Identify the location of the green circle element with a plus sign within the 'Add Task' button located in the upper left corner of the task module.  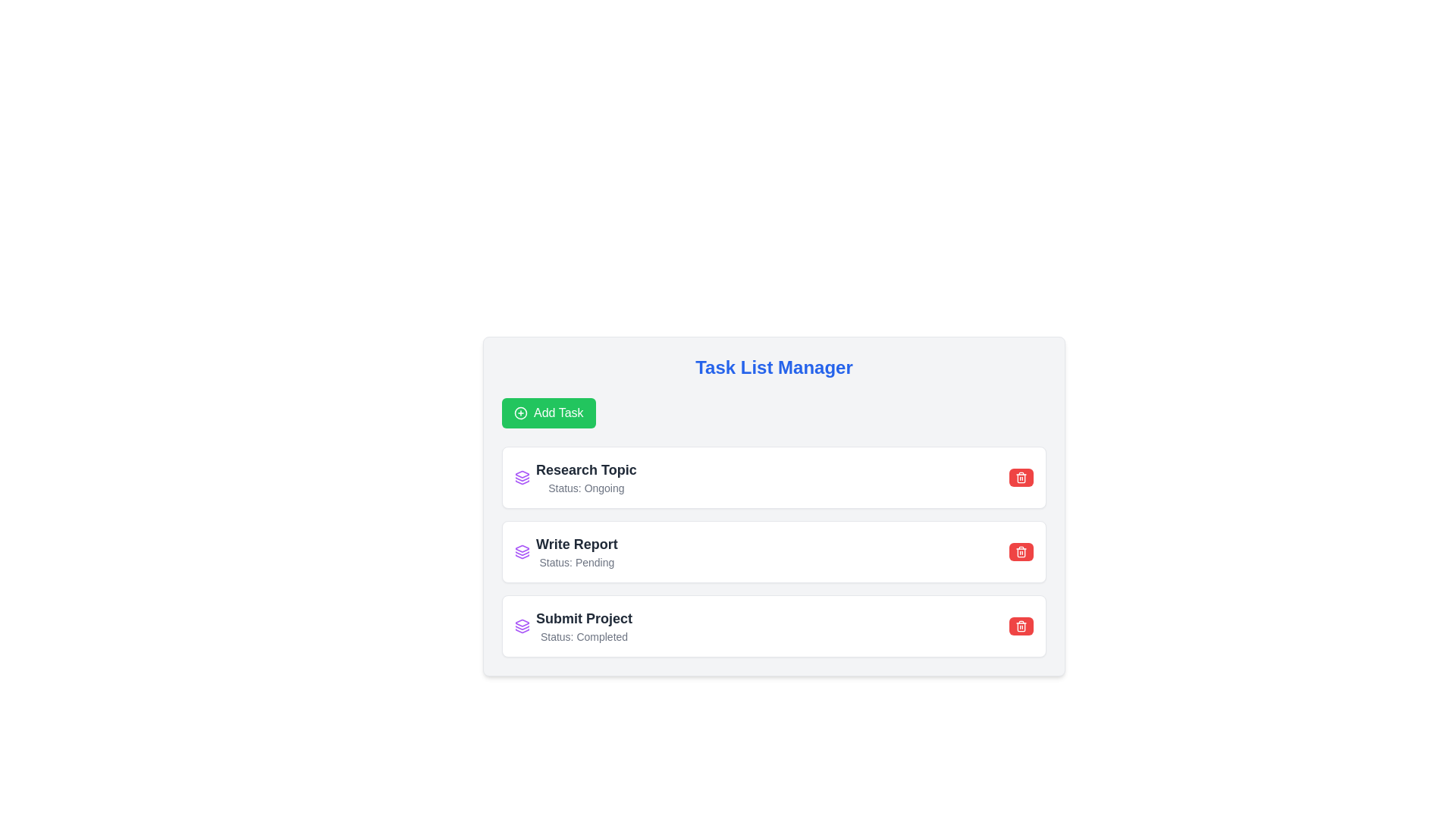
(520, 413).